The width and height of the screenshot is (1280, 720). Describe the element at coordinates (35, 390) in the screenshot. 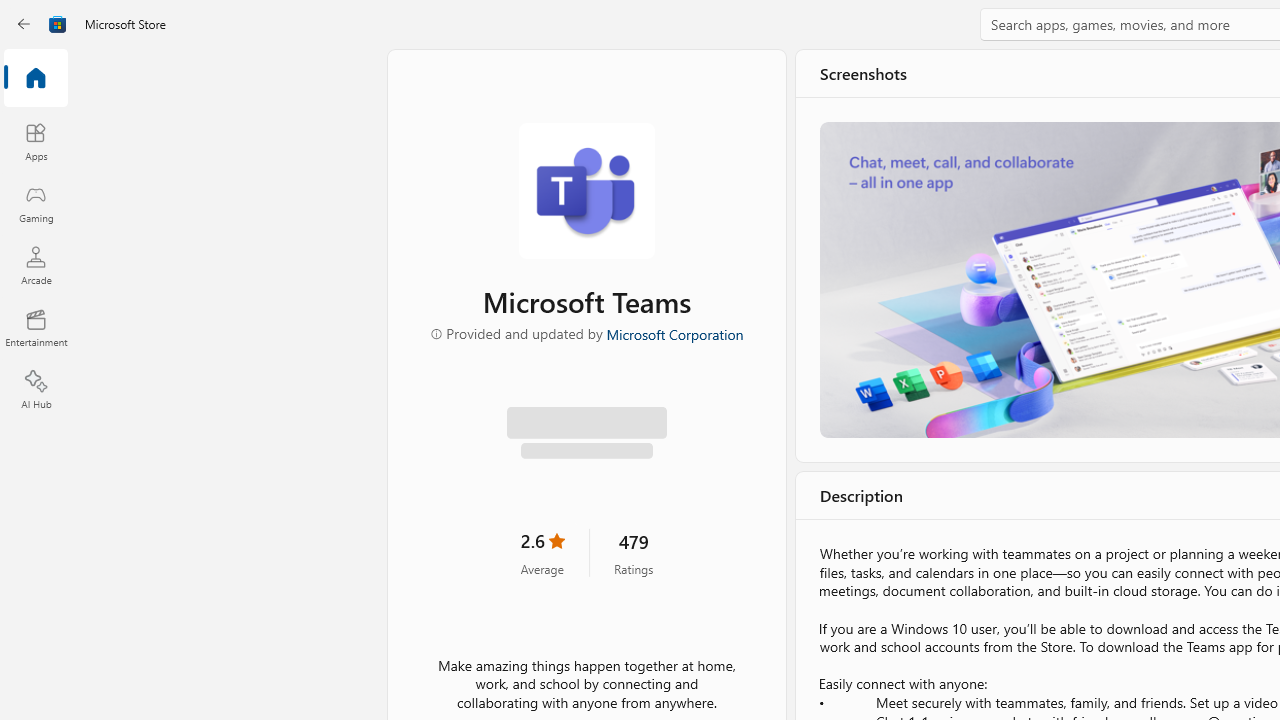

I see `'AI Hub'` at that location.